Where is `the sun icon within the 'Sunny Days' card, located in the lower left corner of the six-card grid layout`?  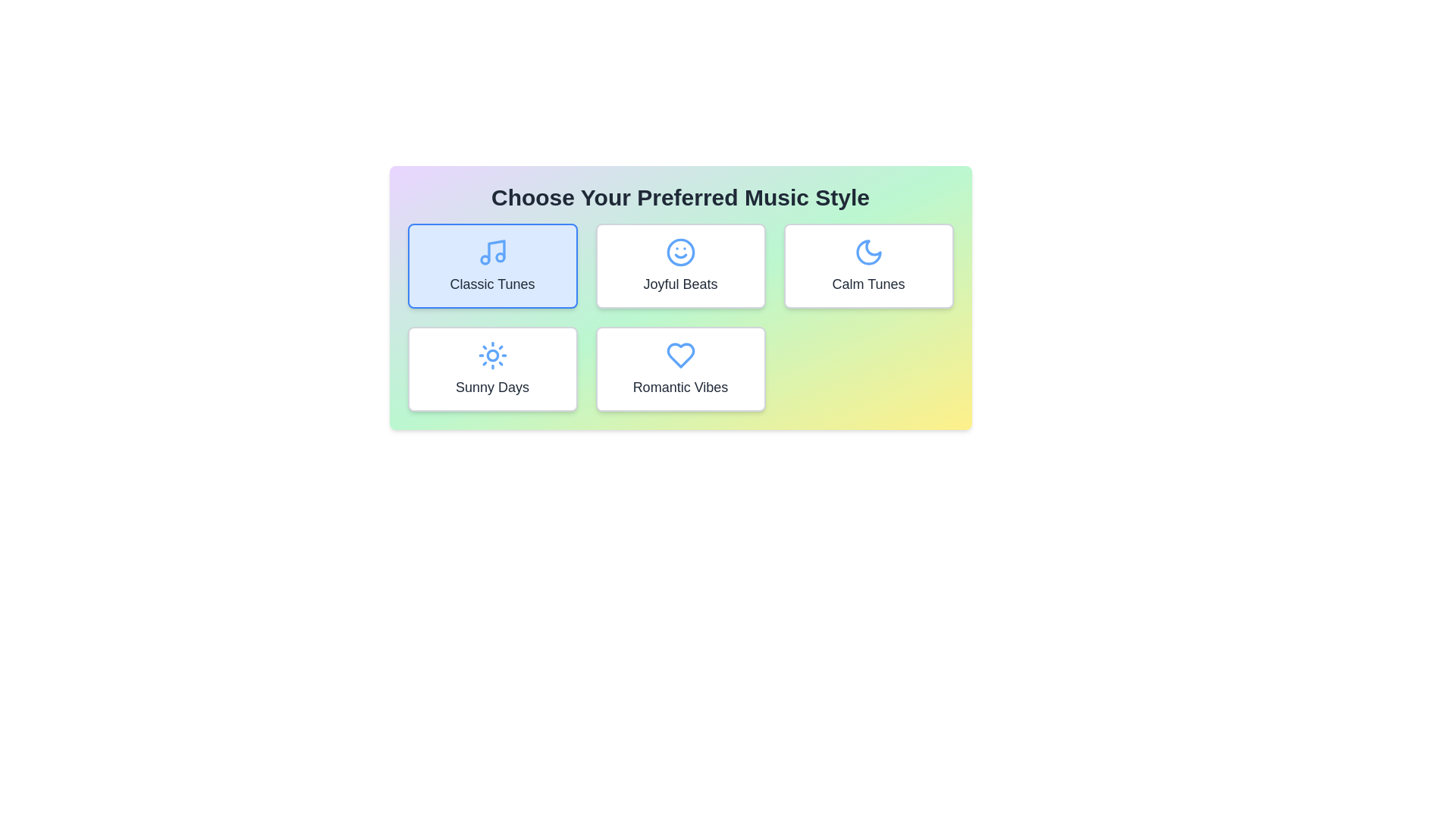 the sun icon within the 'Sunny Days' card, located in the lower left corner of the six-card grid layout is located at coordinates (492, 356).